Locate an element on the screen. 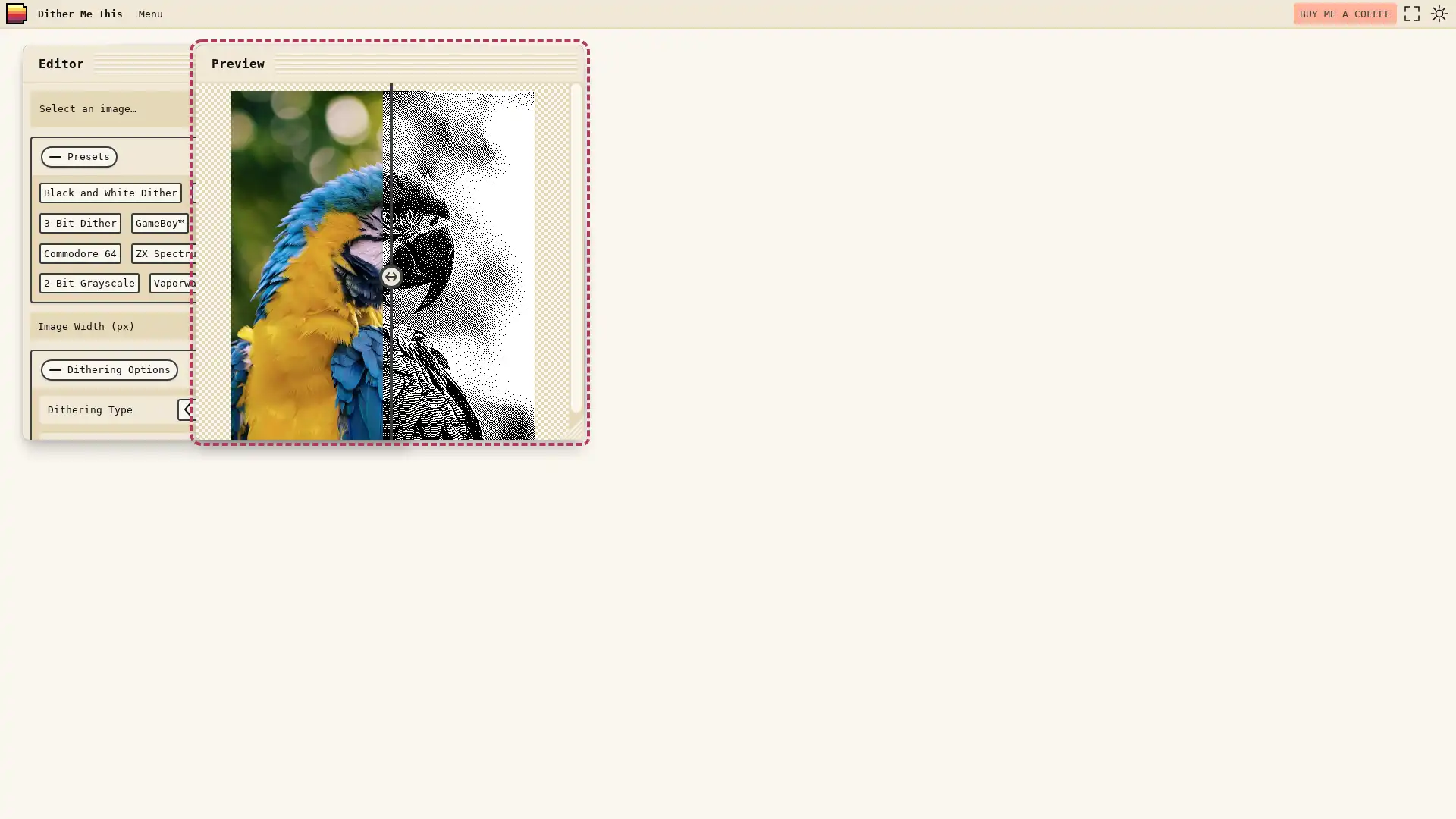 Image resolution: width=1456 pixels, height=819 pixels. dark mode toggle is located at coordinates (1438, 14).